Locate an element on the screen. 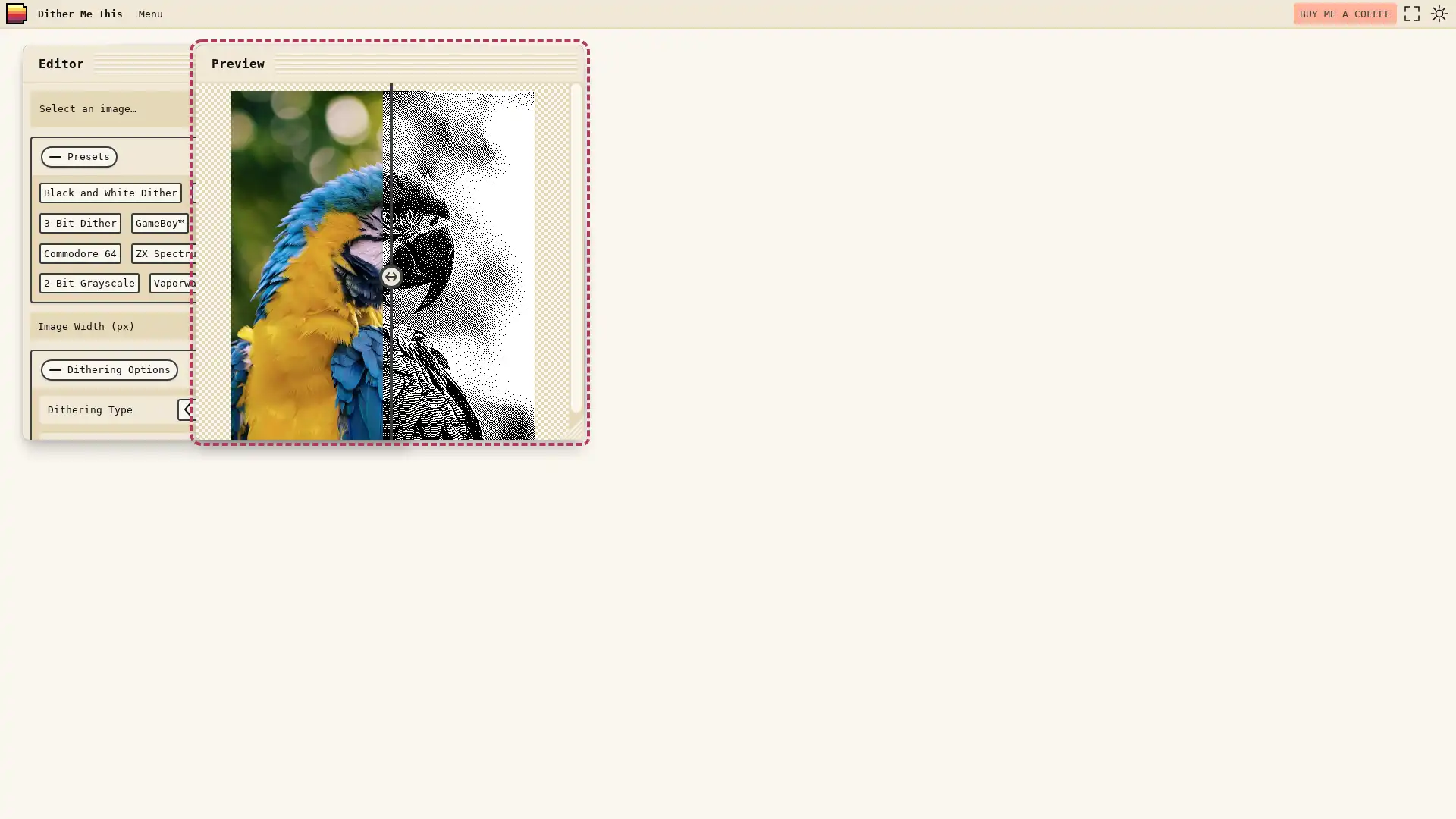 Image resolution: width=1456 pixels, height=819 pixels. dark mode toggle is located at coordinates (1438, 14).